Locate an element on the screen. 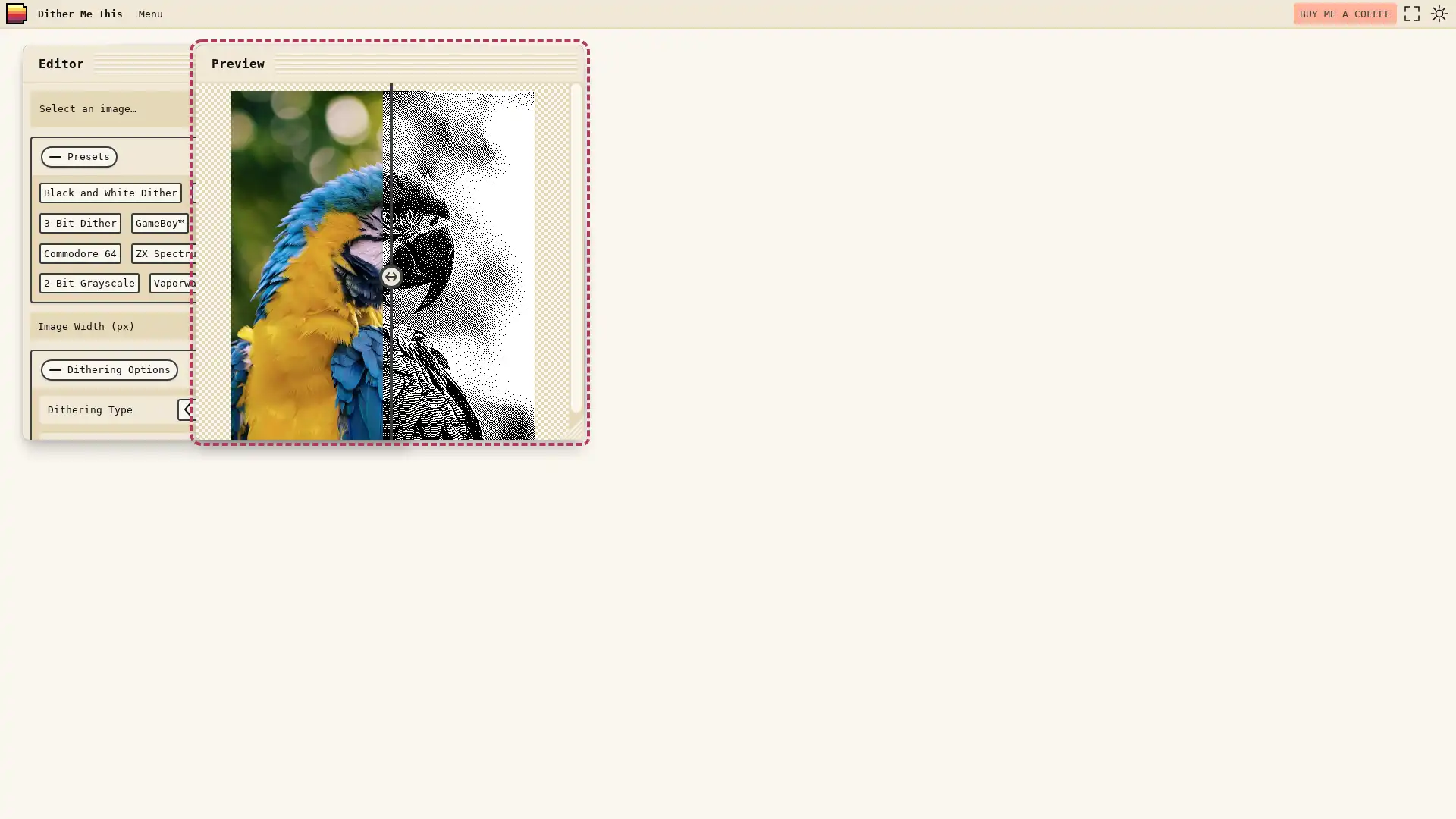 Image resolution: width=1456 pixels, height=819 pixels. dark mode toggle is located at coordinates (1438, 14).